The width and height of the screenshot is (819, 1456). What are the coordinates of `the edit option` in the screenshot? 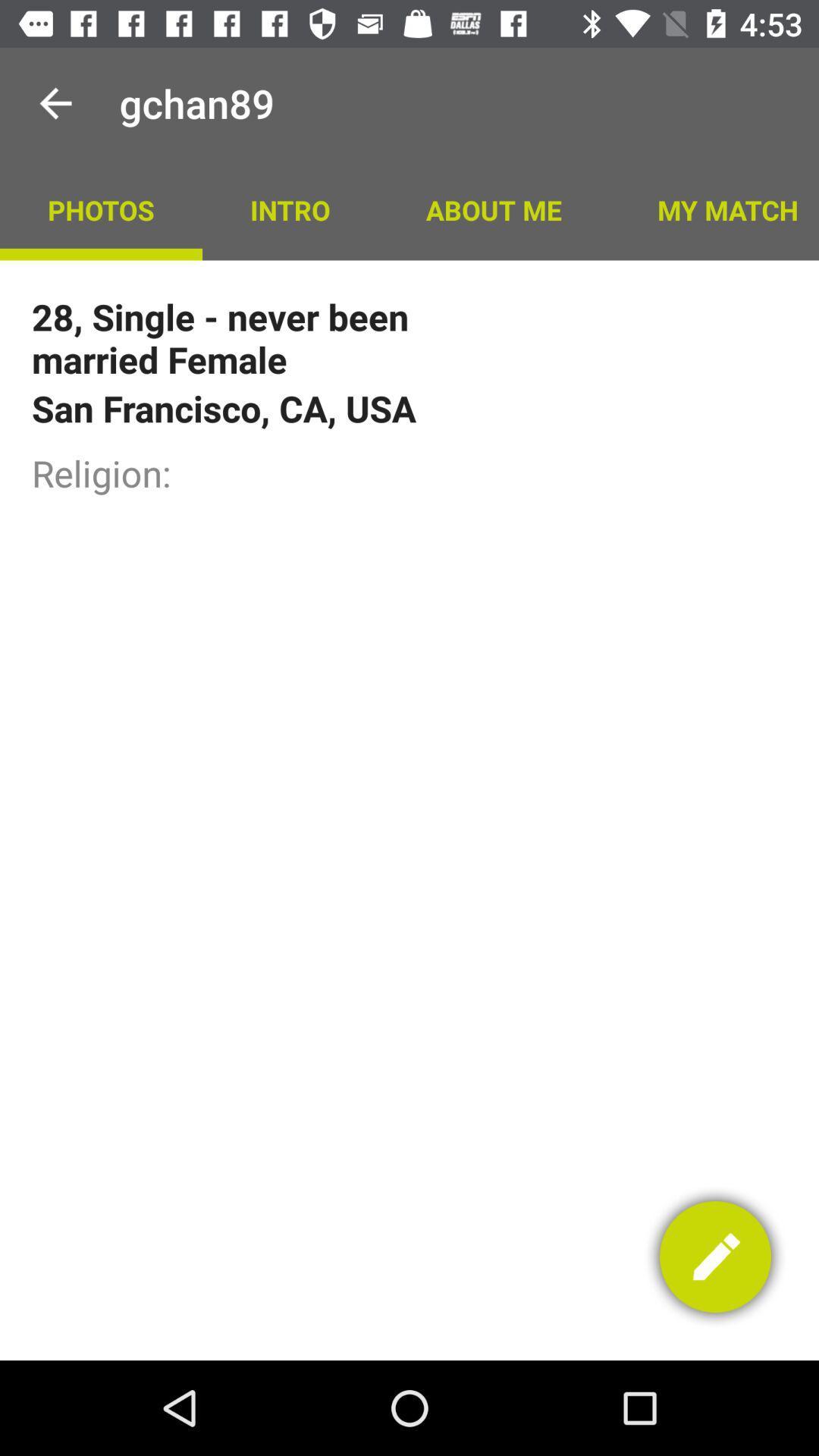 It's located at (715, 1257).